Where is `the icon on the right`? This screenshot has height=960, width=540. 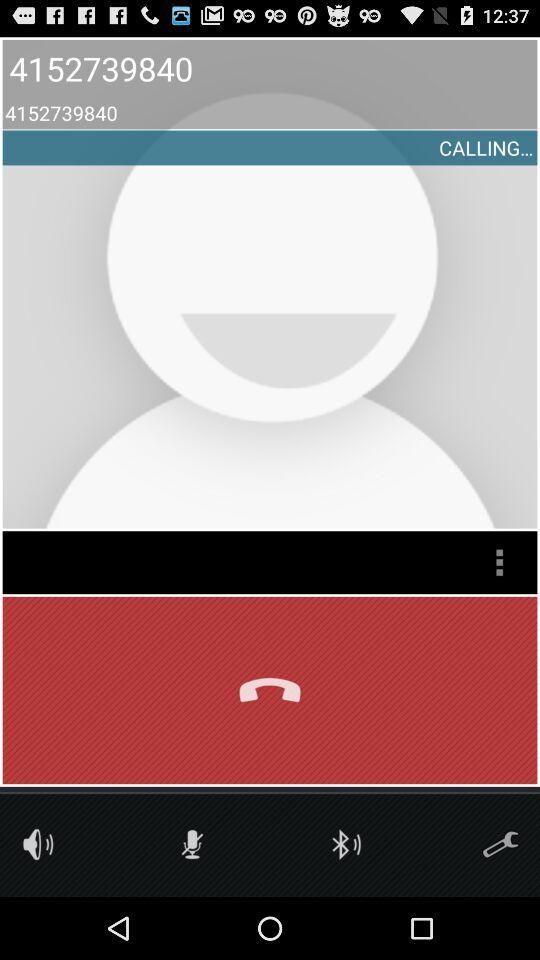 the icon on the right is located at coordinates (498, 562).